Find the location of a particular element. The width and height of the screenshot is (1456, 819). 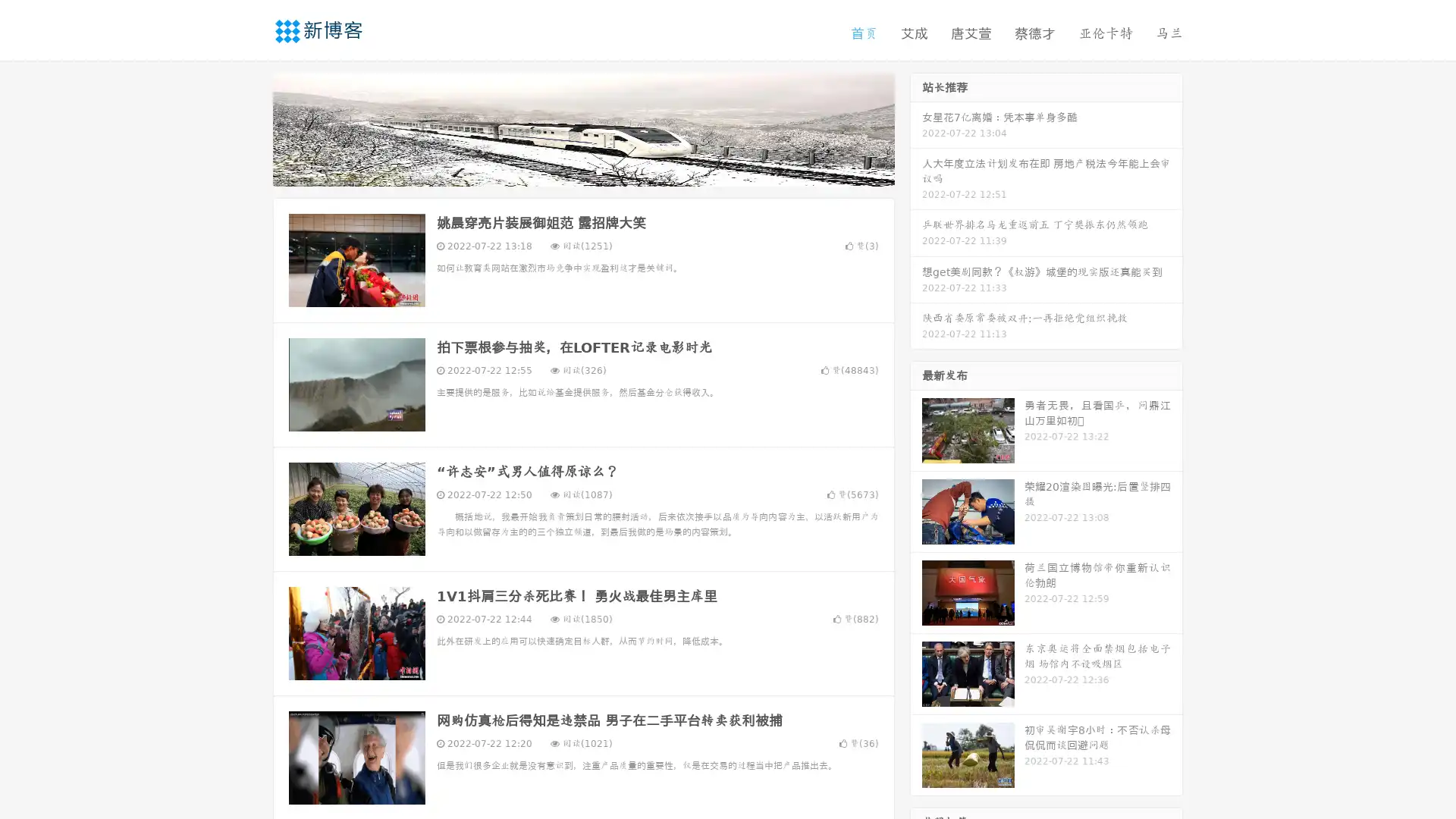

Next slide is located at coordinates (916, 127).